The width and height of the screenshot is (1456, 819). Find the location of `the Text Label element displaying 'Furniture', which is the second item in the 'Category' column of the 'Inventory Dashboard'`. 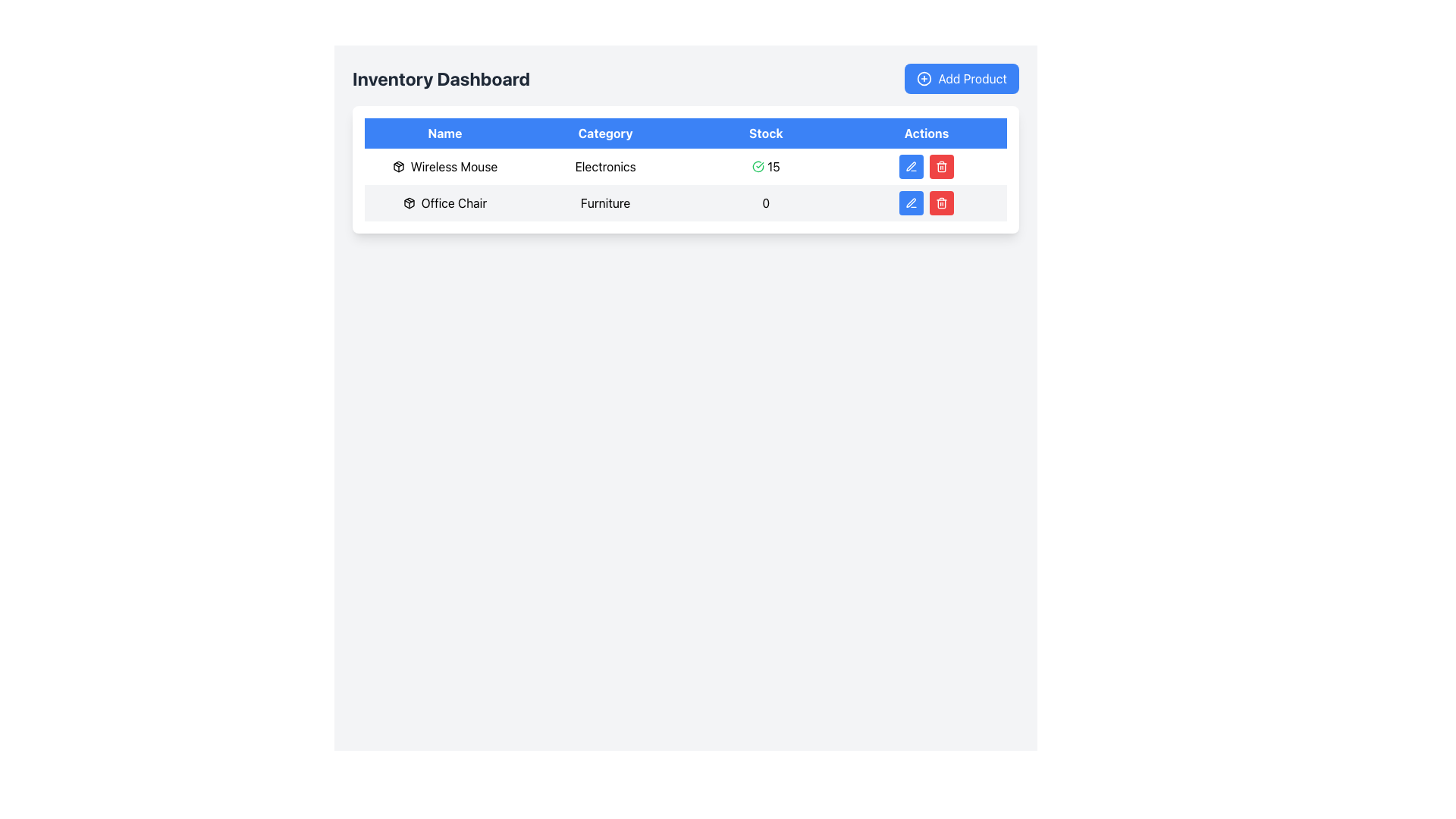

the Text Label element displaying 'Furniture', which is the second item in the 'Category' column of the 'Inventory Dashboard' is located at coordinates (604, 202).